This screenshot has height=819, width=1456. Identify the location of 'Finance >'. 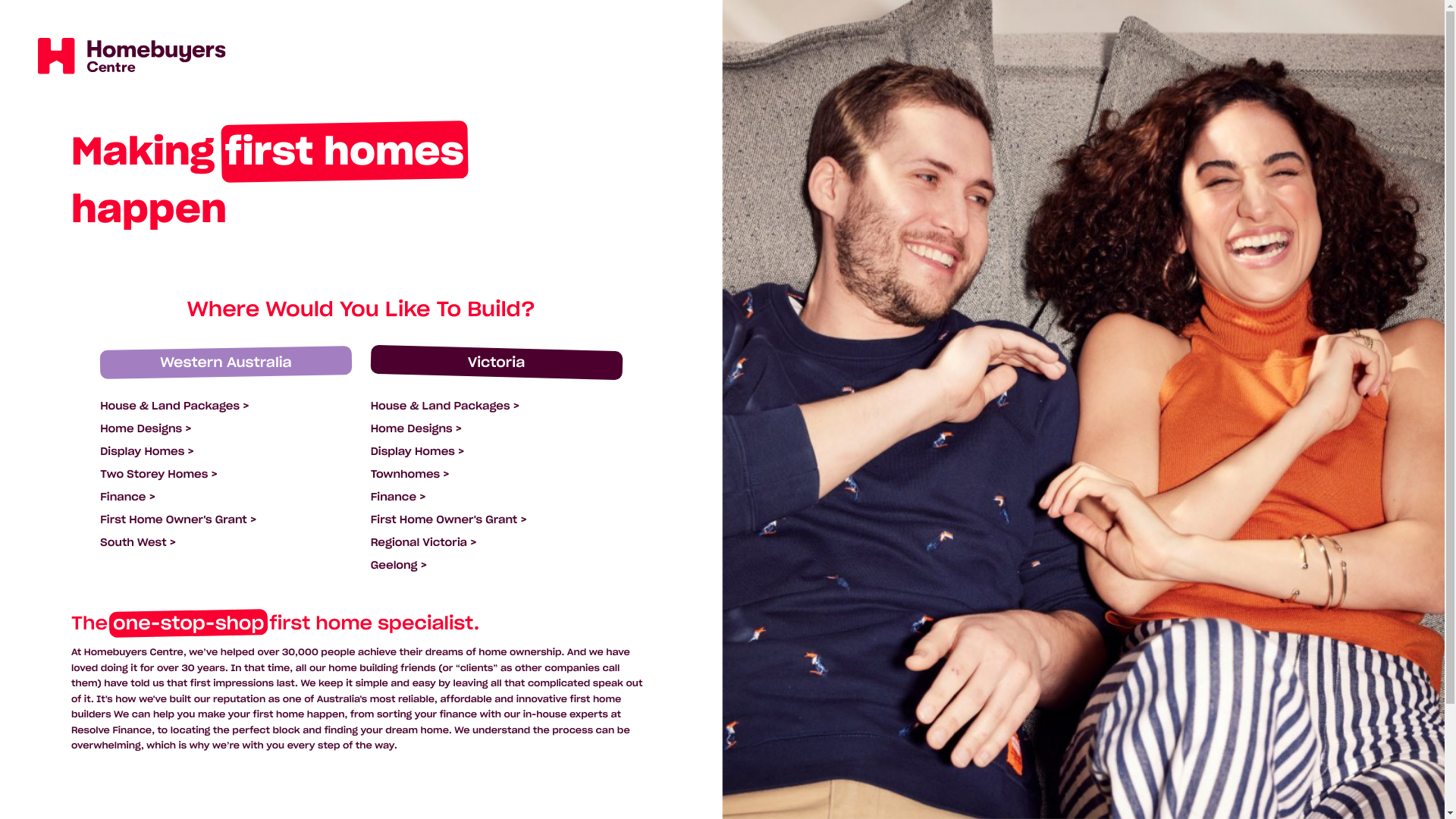
(127, 497).